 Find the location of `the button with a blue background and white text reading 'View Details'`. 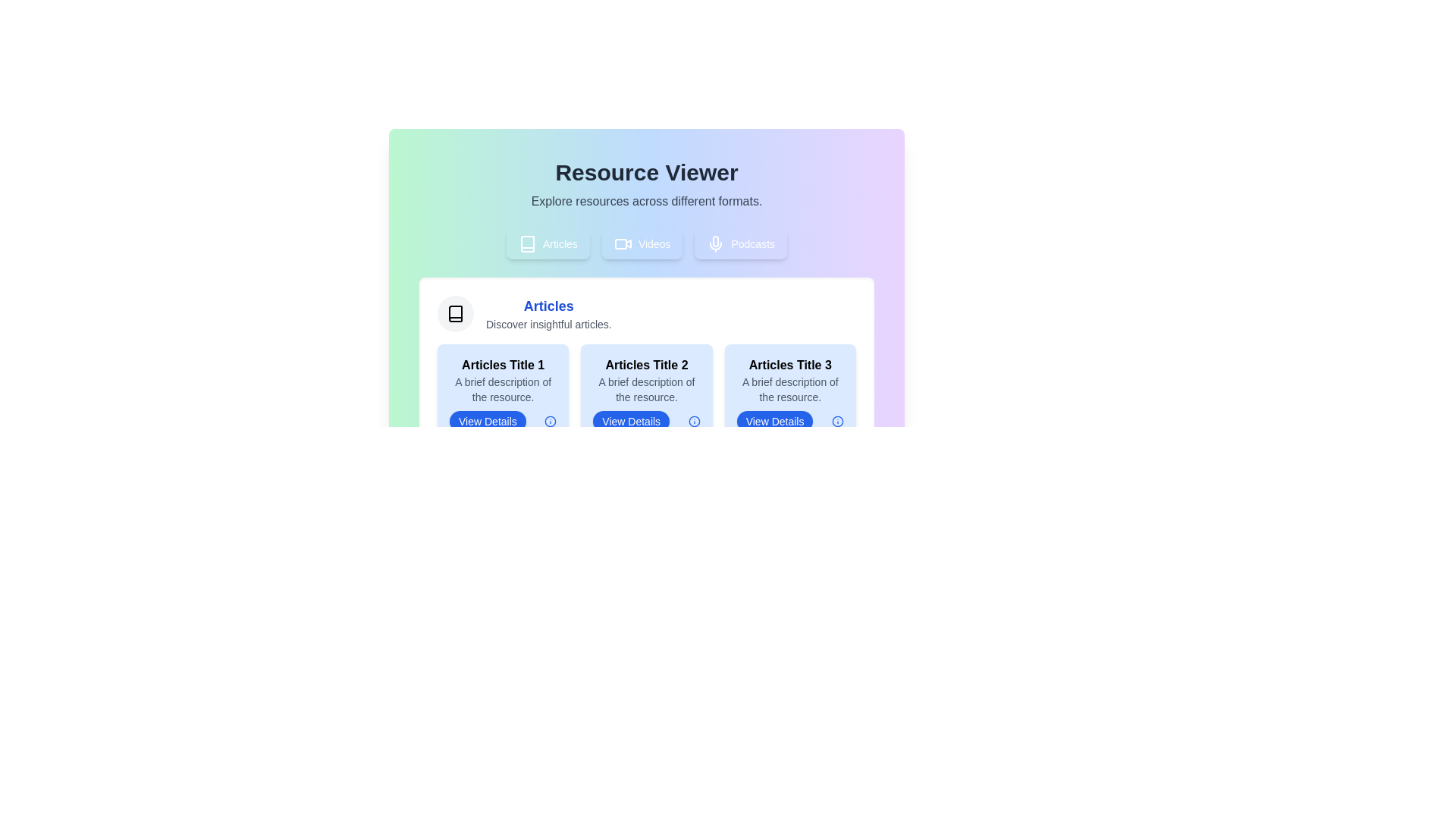

the button with a blue background and white text reading 'View Details' is located at coordinates (503, 421).